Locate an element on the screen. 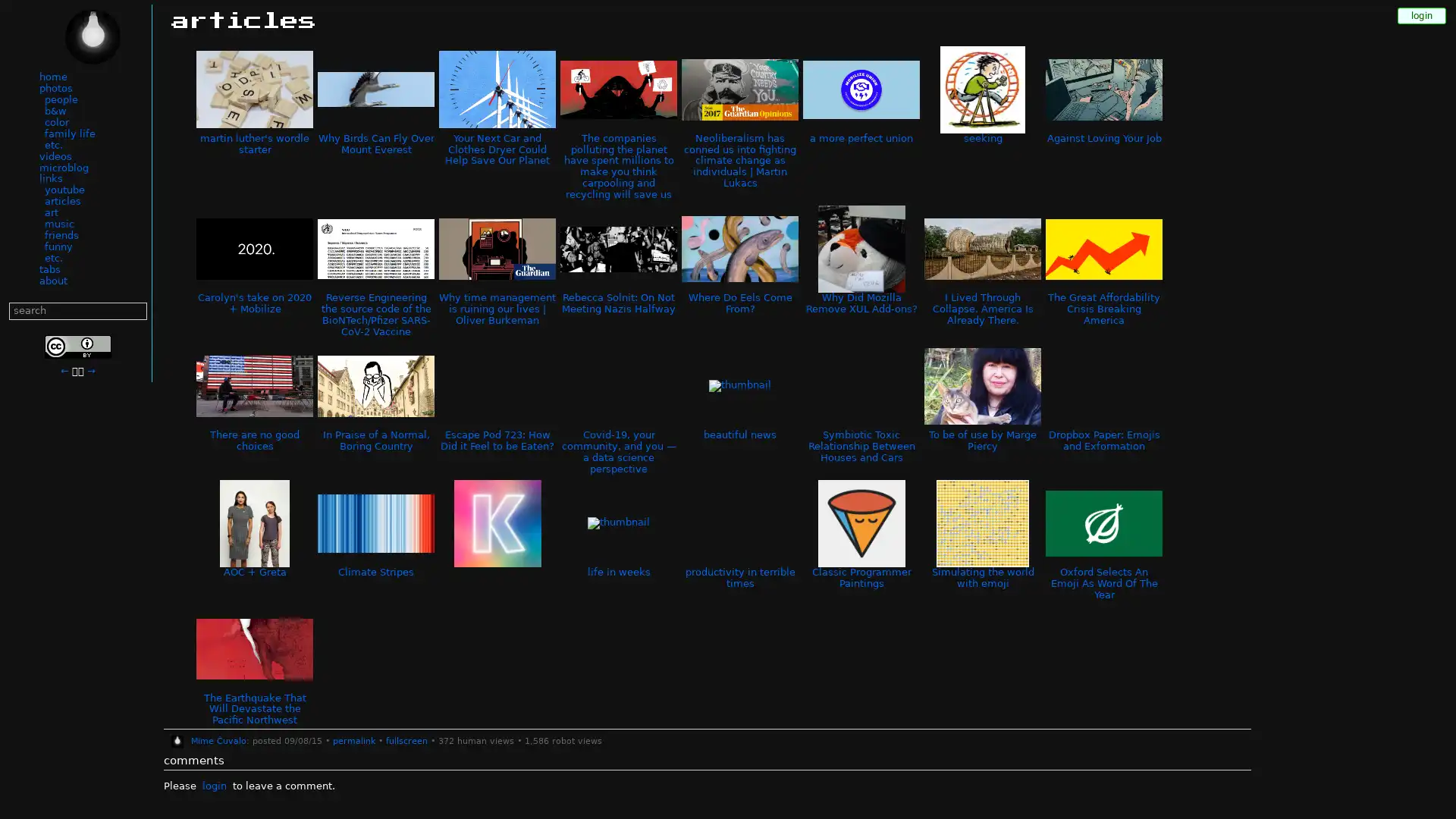 Image resolution: width=1456 pixels, height=819 pixels. login is located at coordinates (1421, 15).